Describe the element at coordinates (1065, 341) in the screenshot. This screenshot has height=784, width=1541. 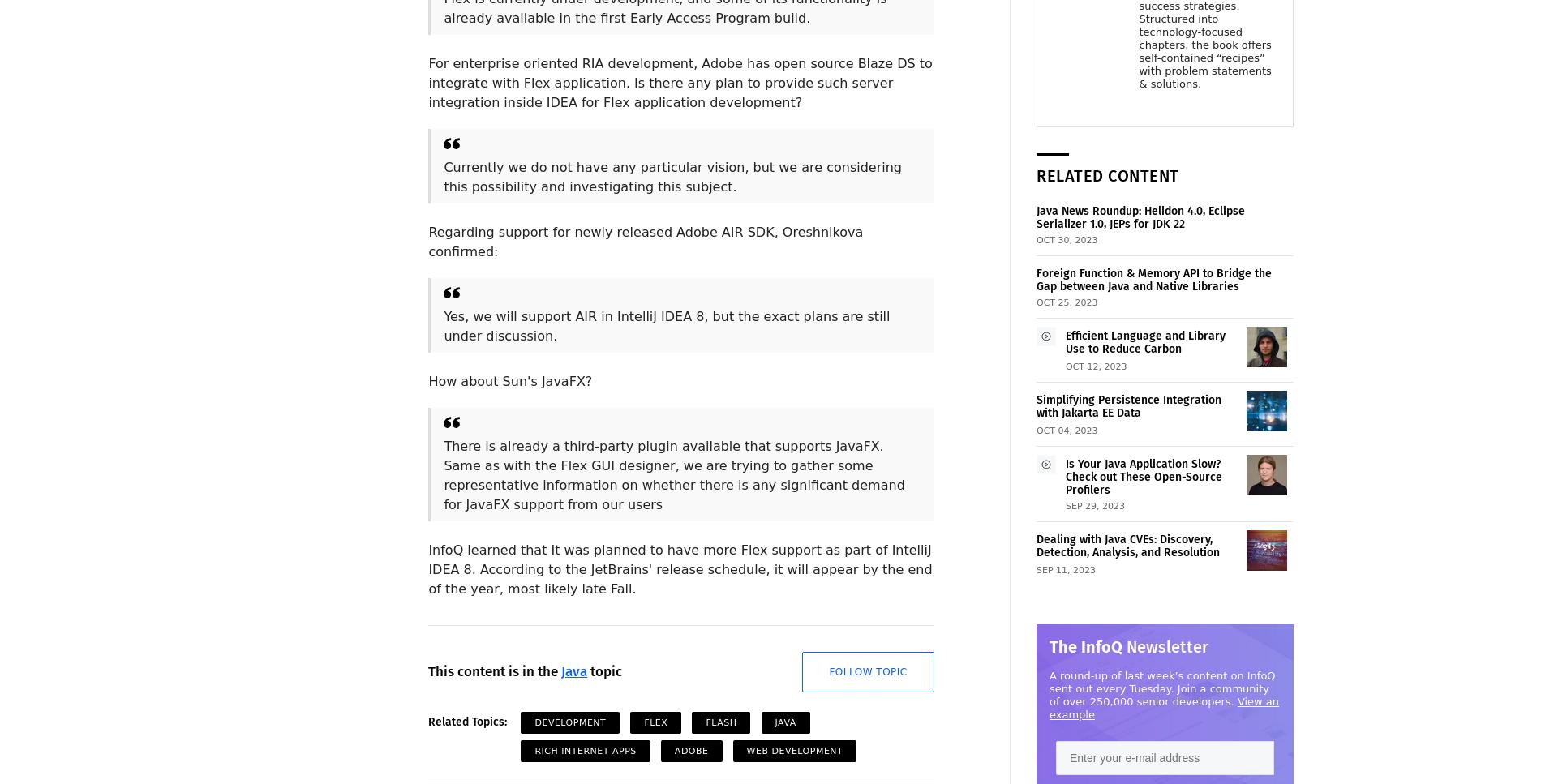
I see `'Efficient Language and Library Use to Reduce Carbon'` at that location.